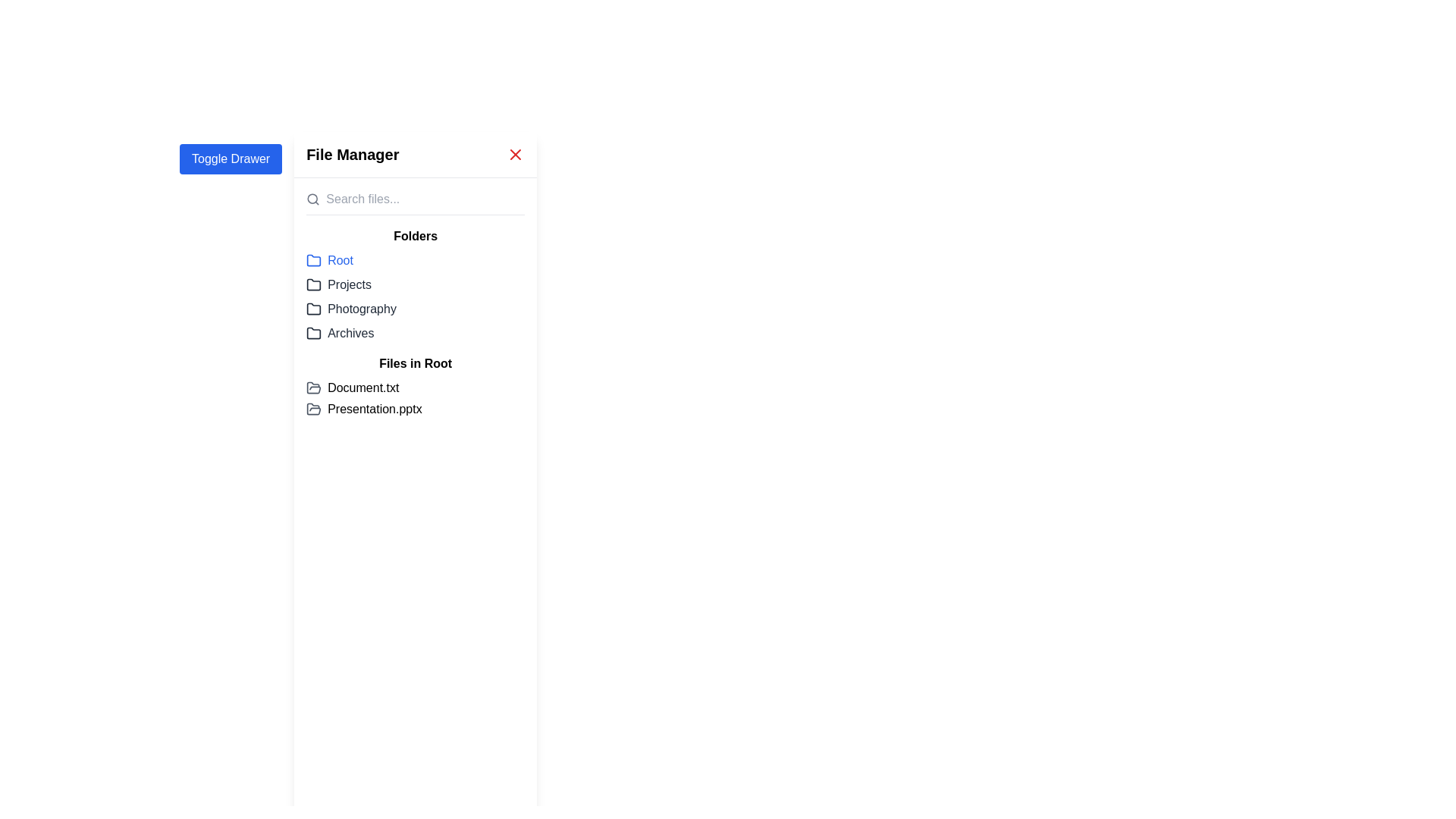  I want to click on the composite element representing the 'Root' directory, located at the top of the 'Folders' section in the left sidebar, so click(329, 259).